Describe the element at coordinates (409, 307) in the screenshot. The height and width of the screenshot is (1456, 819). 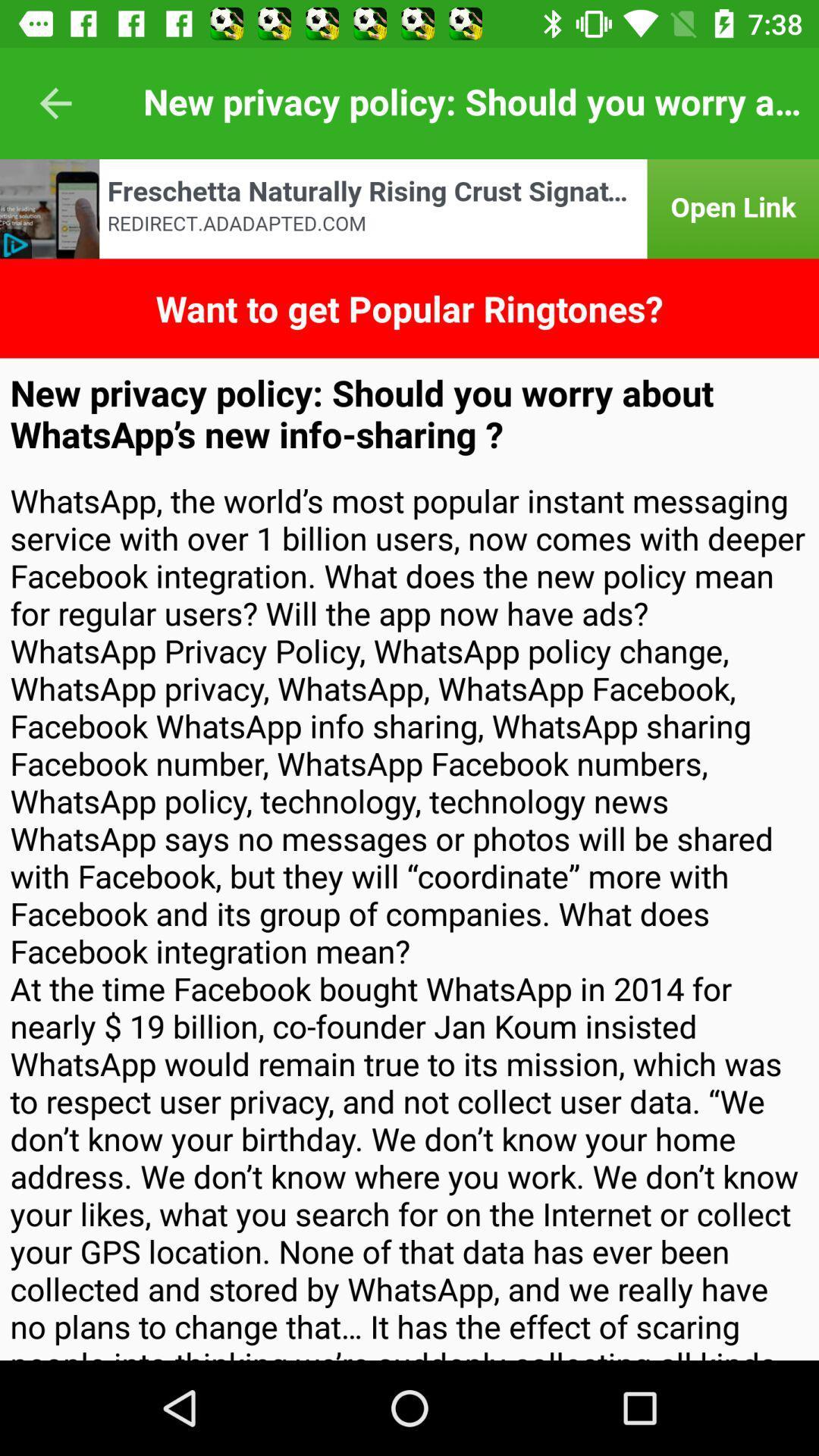
I see `want to get icon` at that location.